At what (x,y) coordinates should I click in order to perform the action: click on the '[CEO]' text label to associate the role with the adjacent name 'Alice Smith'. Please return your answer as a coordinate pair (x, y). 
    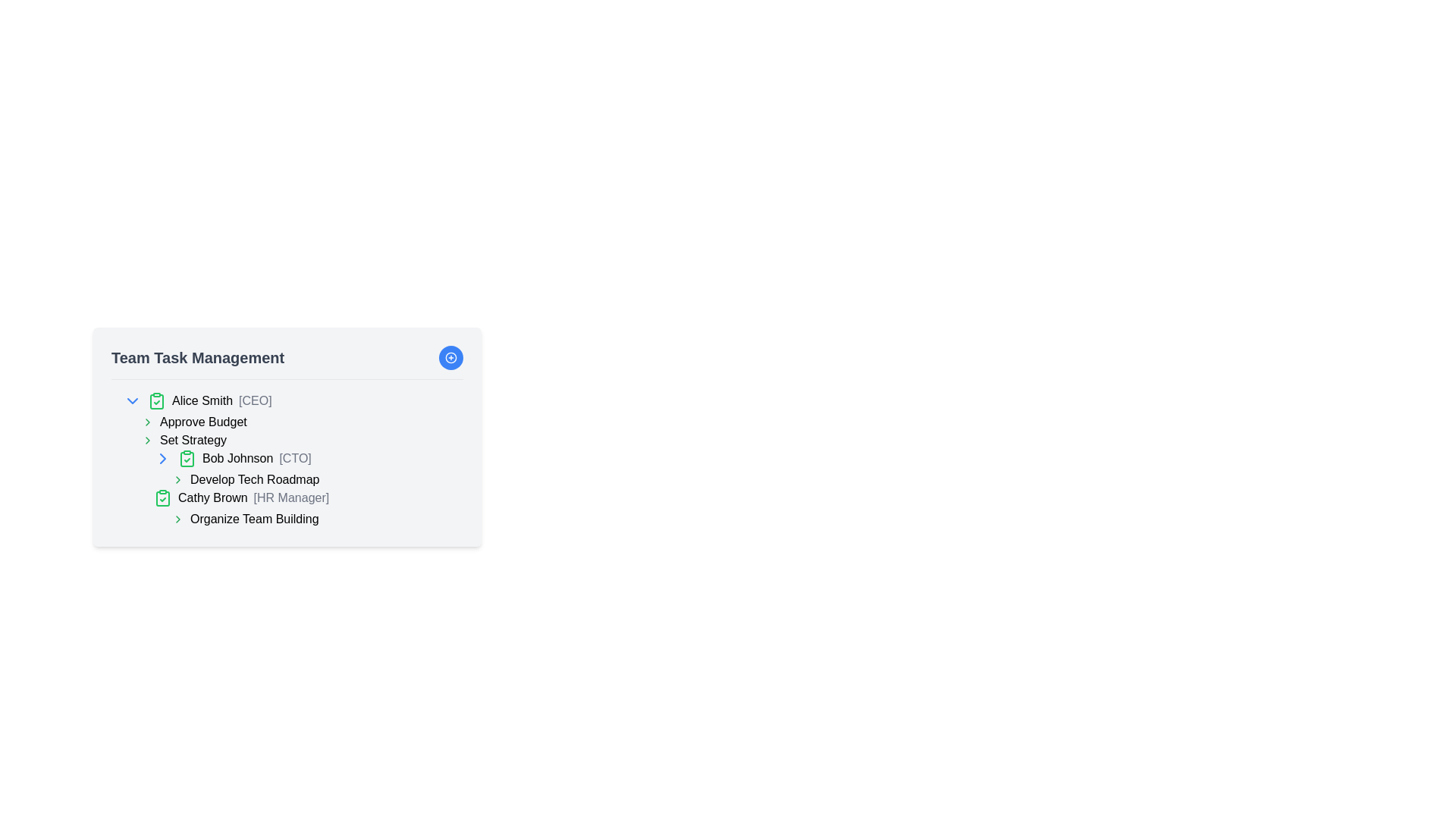
    Looking at the image, I should click on (255, 400).